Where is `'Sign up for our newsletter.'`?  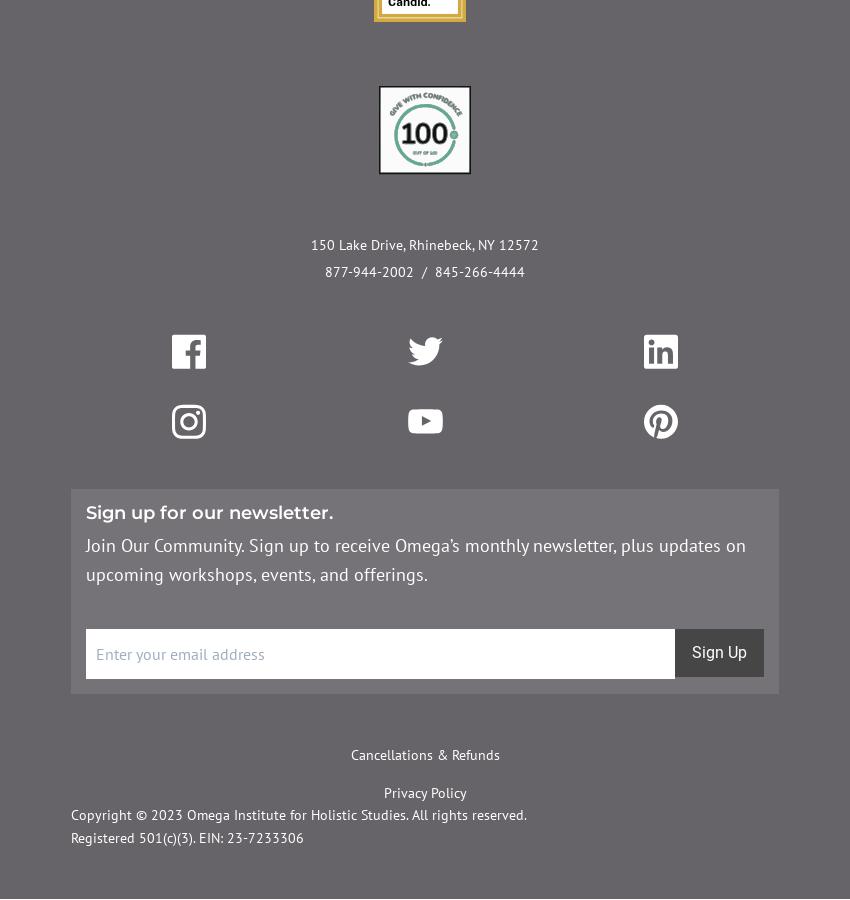
'Sign up for our newsletter.' is located at coordinates (208, 511).